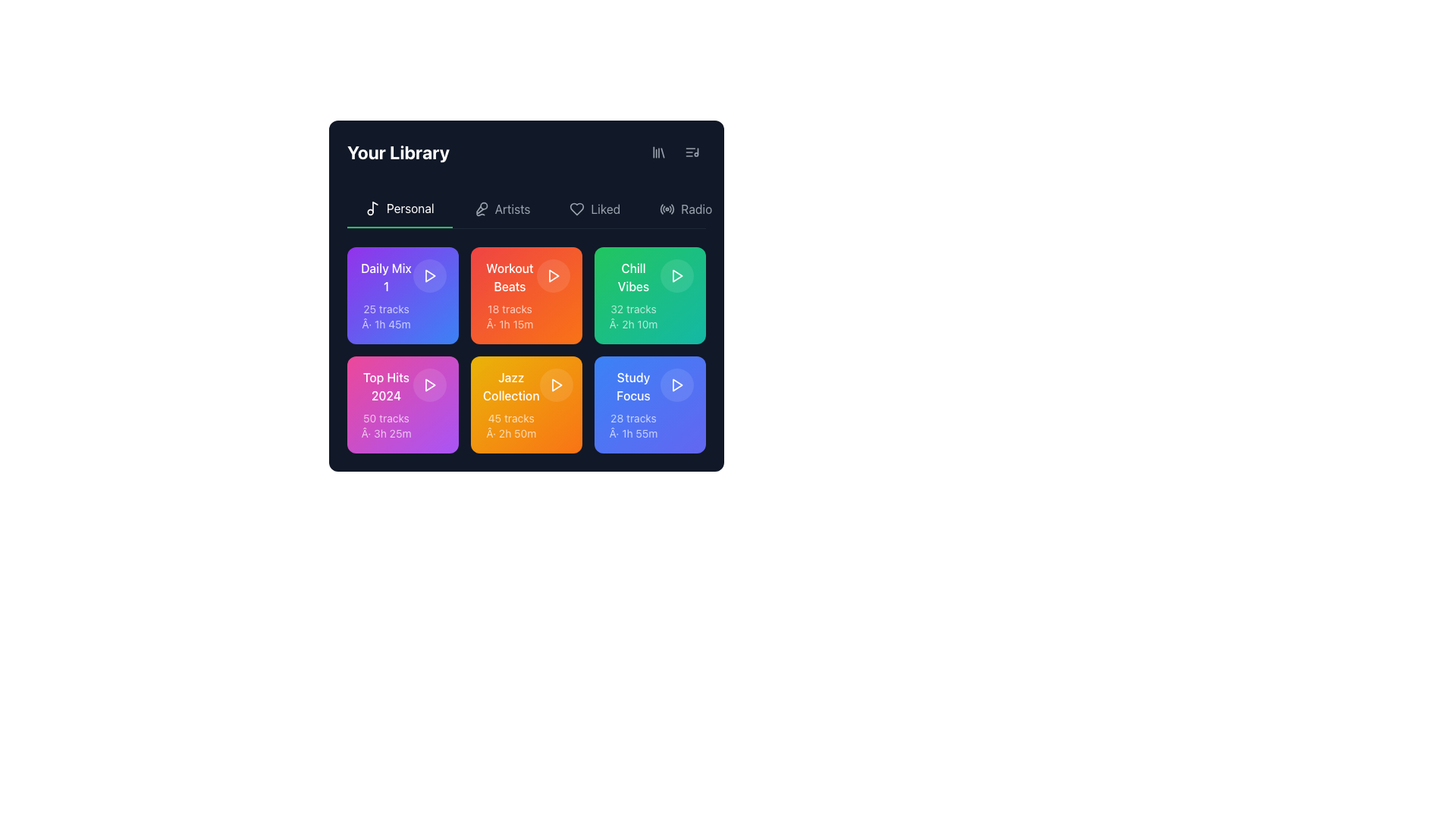 The image size is (1456, 819). Describe the element at coordinates (526, 209) in the screenshot. I see `the 'Artists' Tab Button, which is the second tab in the navigation row, located below 'Your Library.'` at that location.